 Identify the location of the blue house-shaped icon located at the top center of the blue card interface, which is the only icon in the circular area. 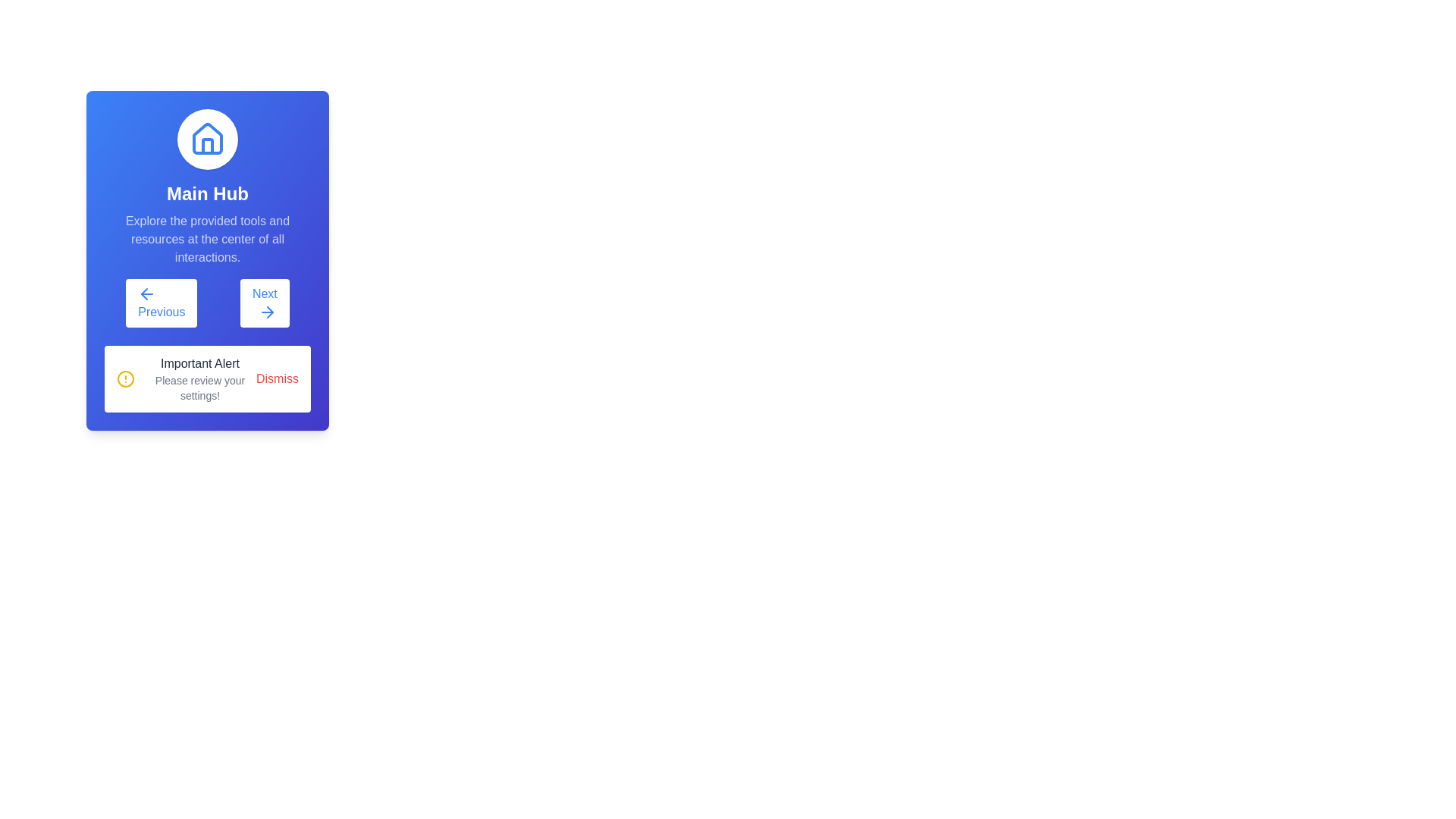
(206, 140).